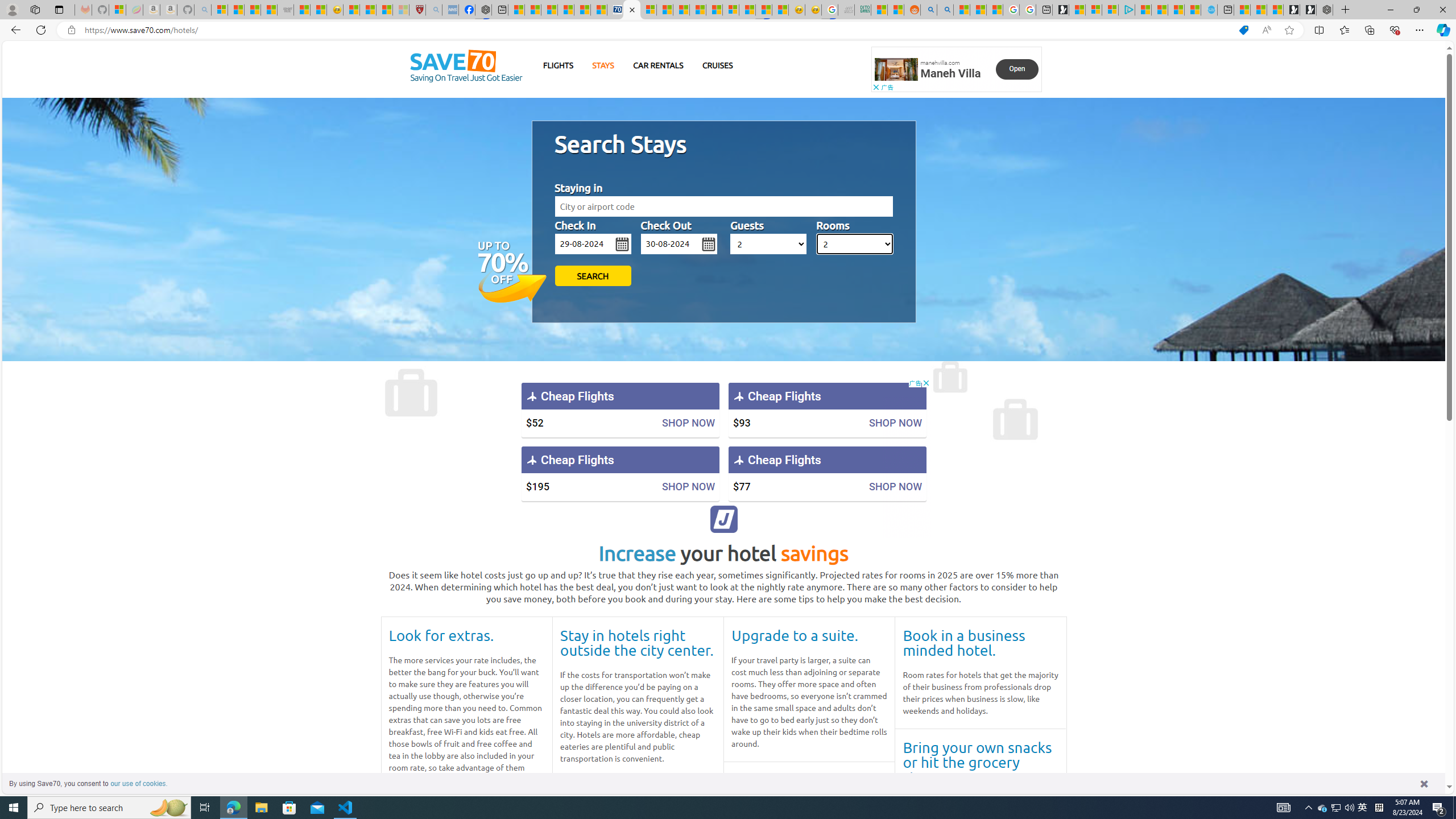 This screenshot has height=819, width=1456. I want to click on 'SEARCH', so click(593, 275).